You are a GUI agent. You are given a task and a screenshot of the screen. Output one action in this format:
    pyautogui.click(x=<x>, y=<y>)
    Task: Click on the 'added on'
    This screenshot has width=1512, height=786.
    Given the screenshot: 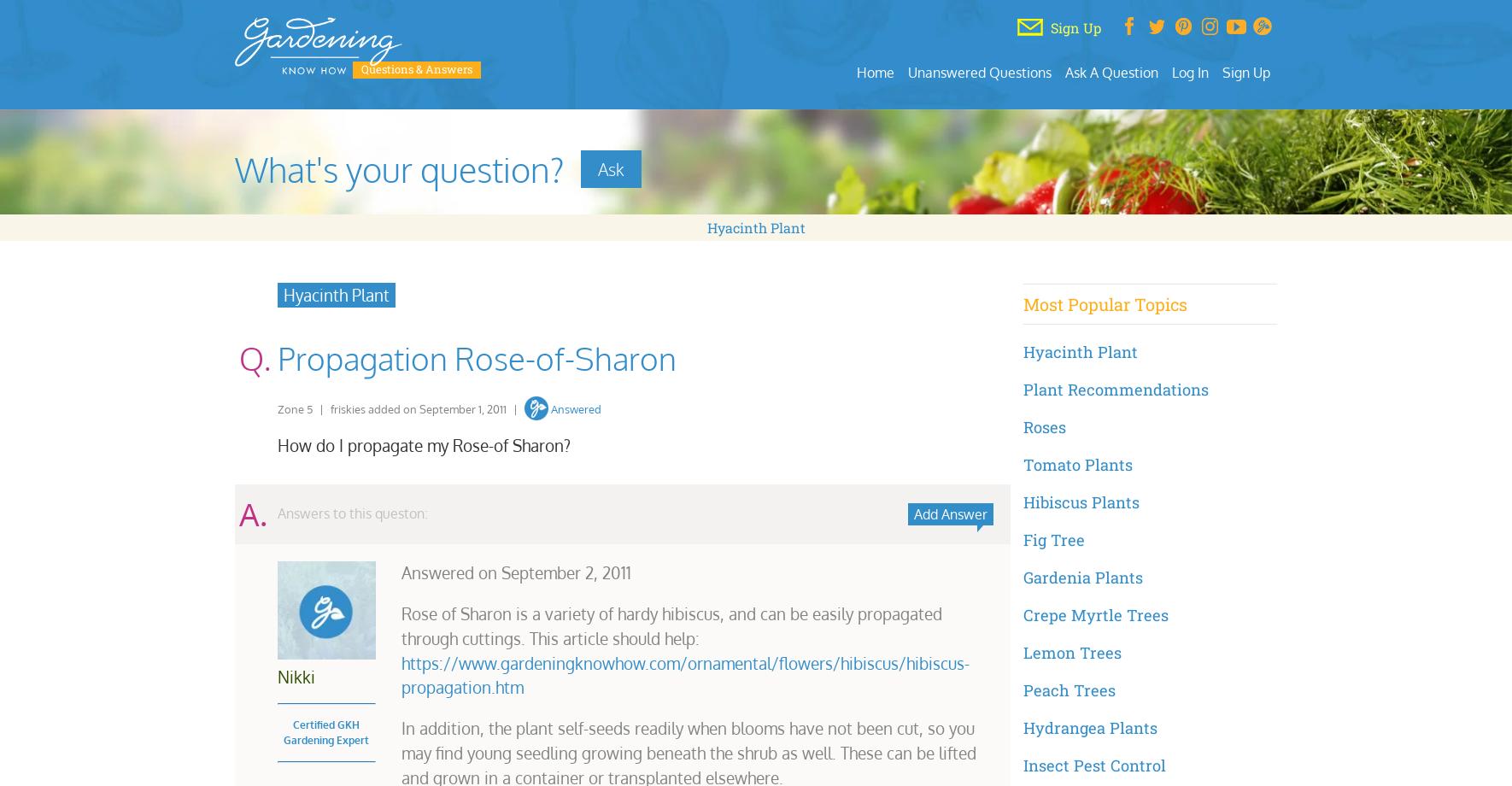 What is the action you would take?
    pyautogui.click(x=392, y=408)
    